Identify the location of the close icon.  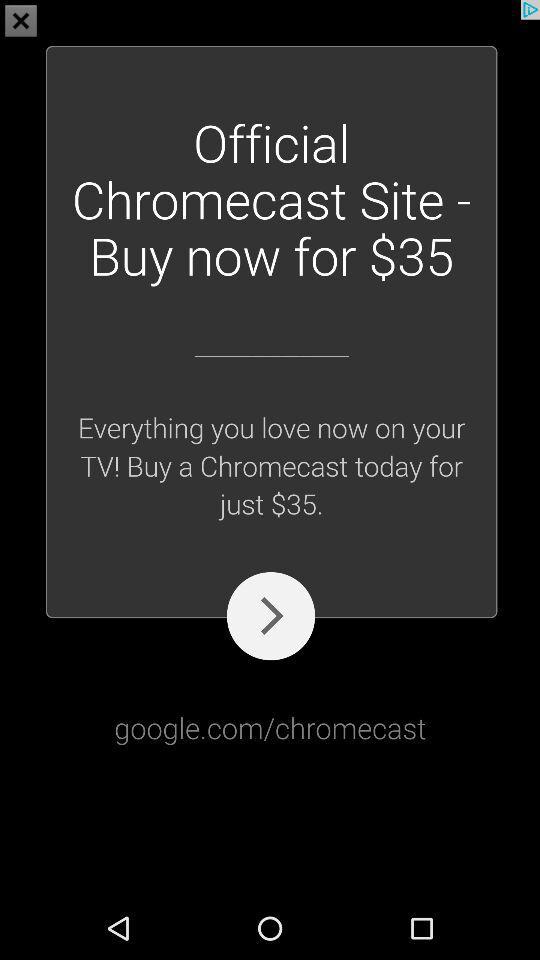
(20, 21).